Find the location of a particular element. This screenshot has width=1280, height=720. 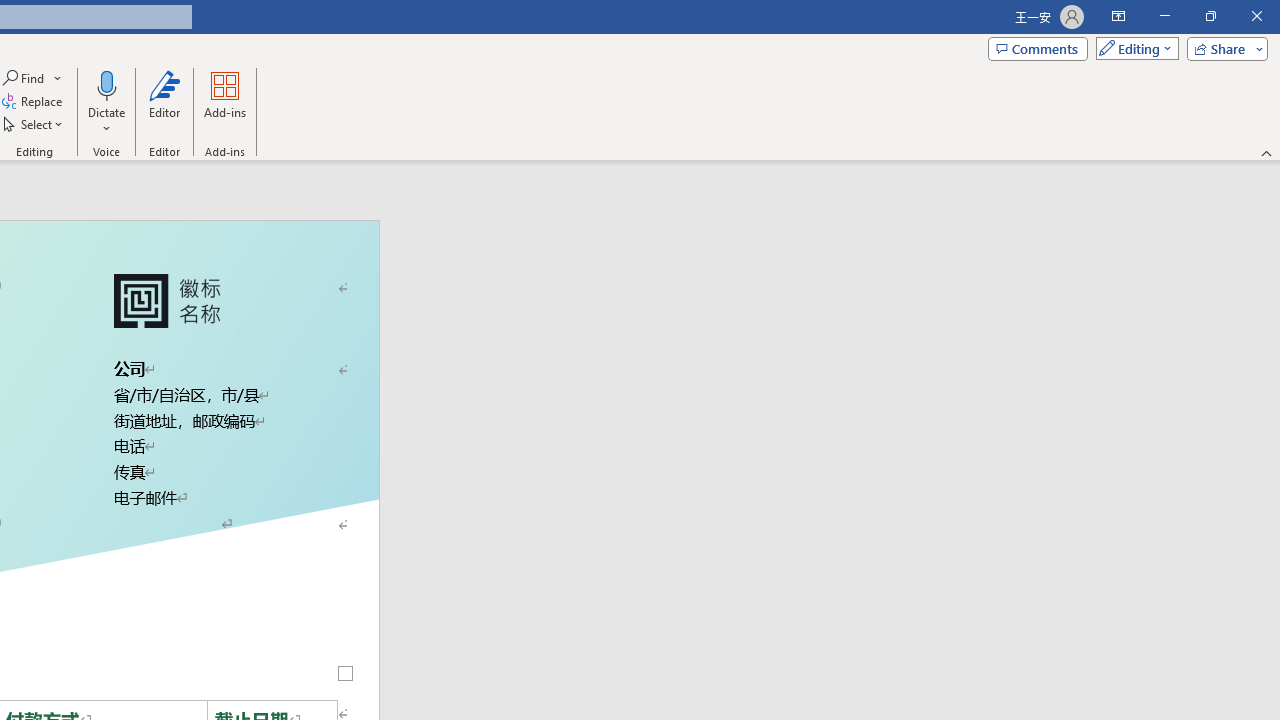

'Dictate' is located at coordinates (105, 84).